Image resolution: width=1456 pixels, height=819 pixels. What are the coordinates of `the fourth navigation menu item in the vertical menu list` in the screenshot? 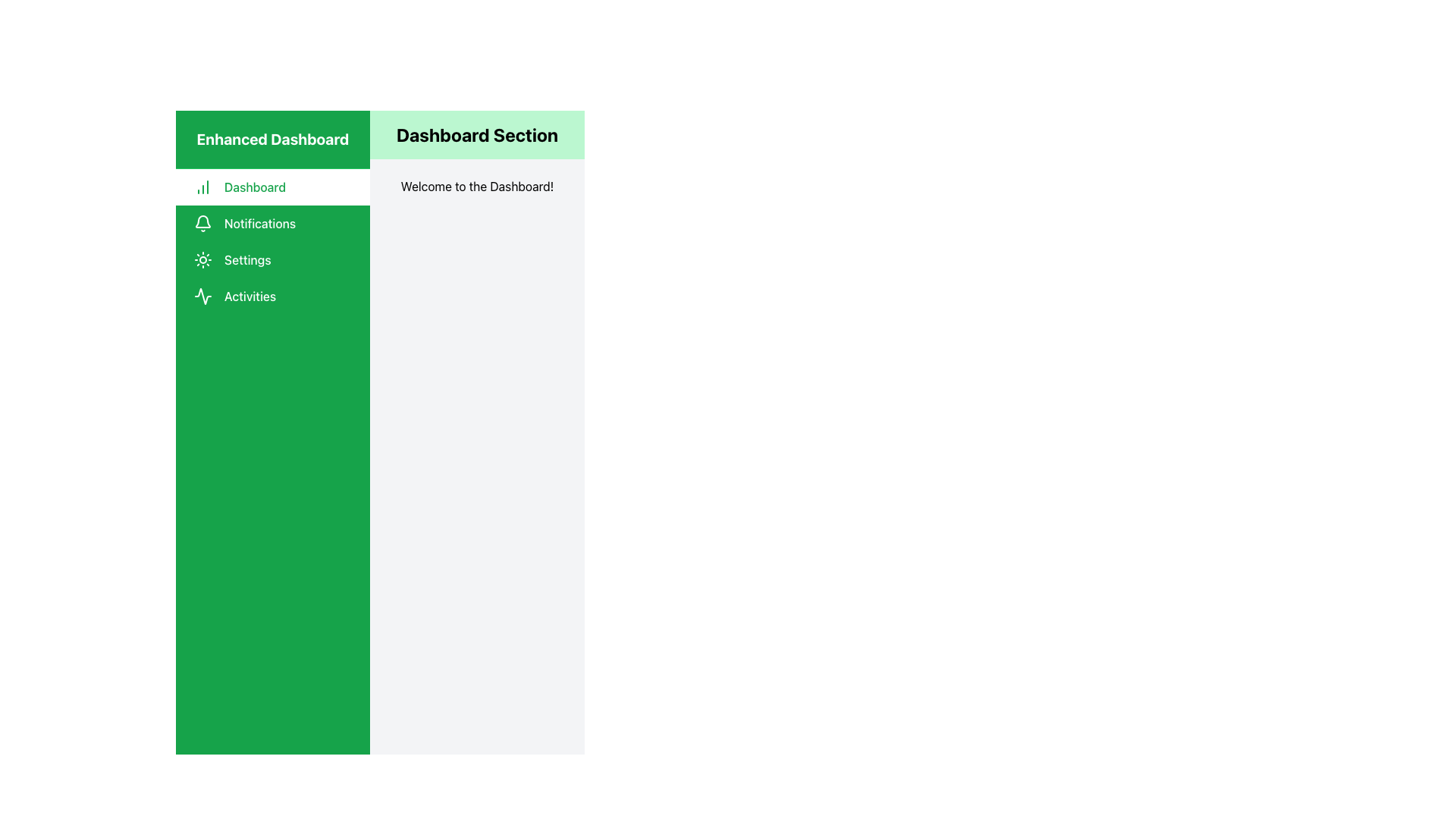 It's located at (273, 296).